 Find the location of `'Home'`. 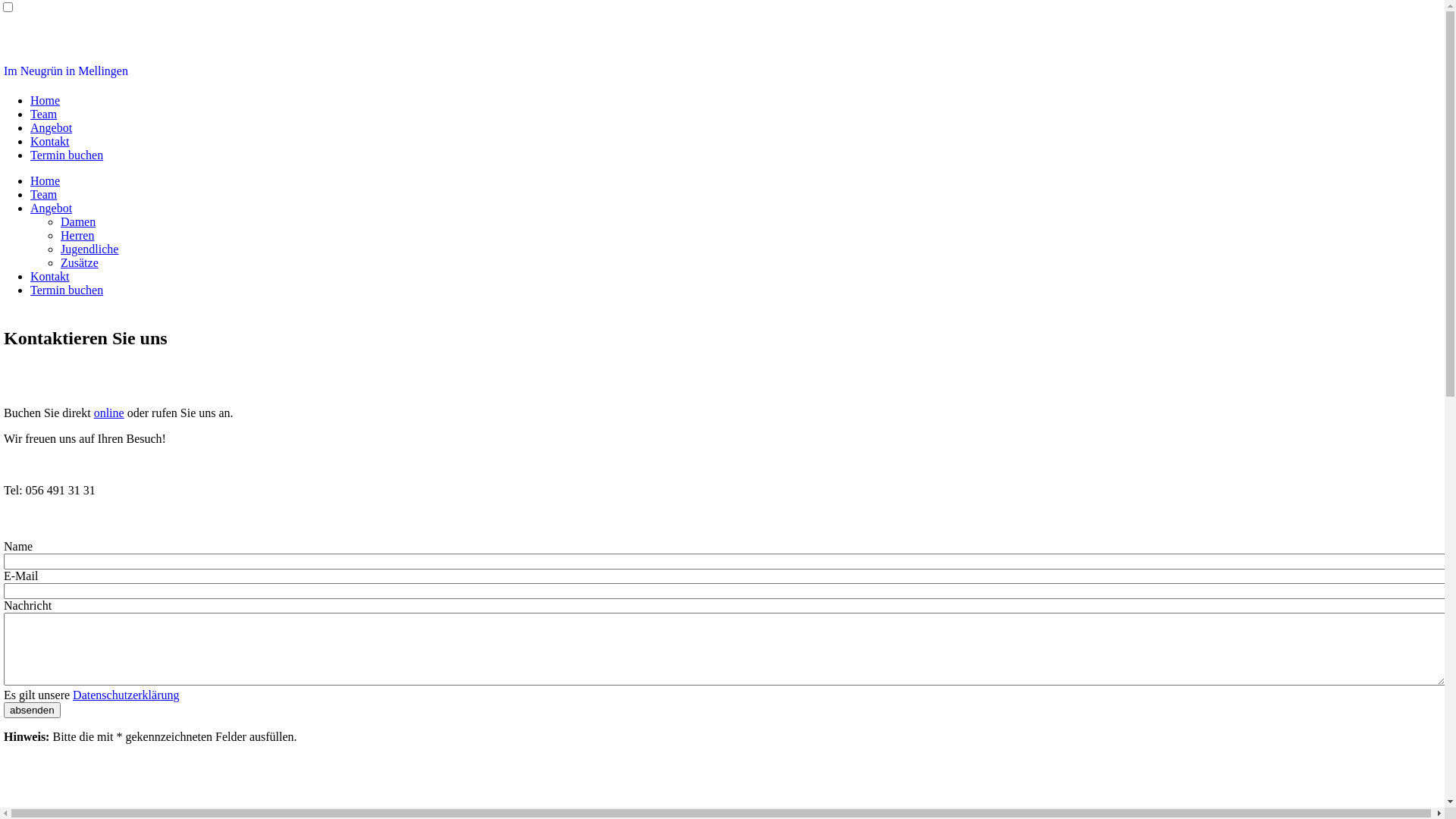

'Home' is located at coordinates (45, 100).